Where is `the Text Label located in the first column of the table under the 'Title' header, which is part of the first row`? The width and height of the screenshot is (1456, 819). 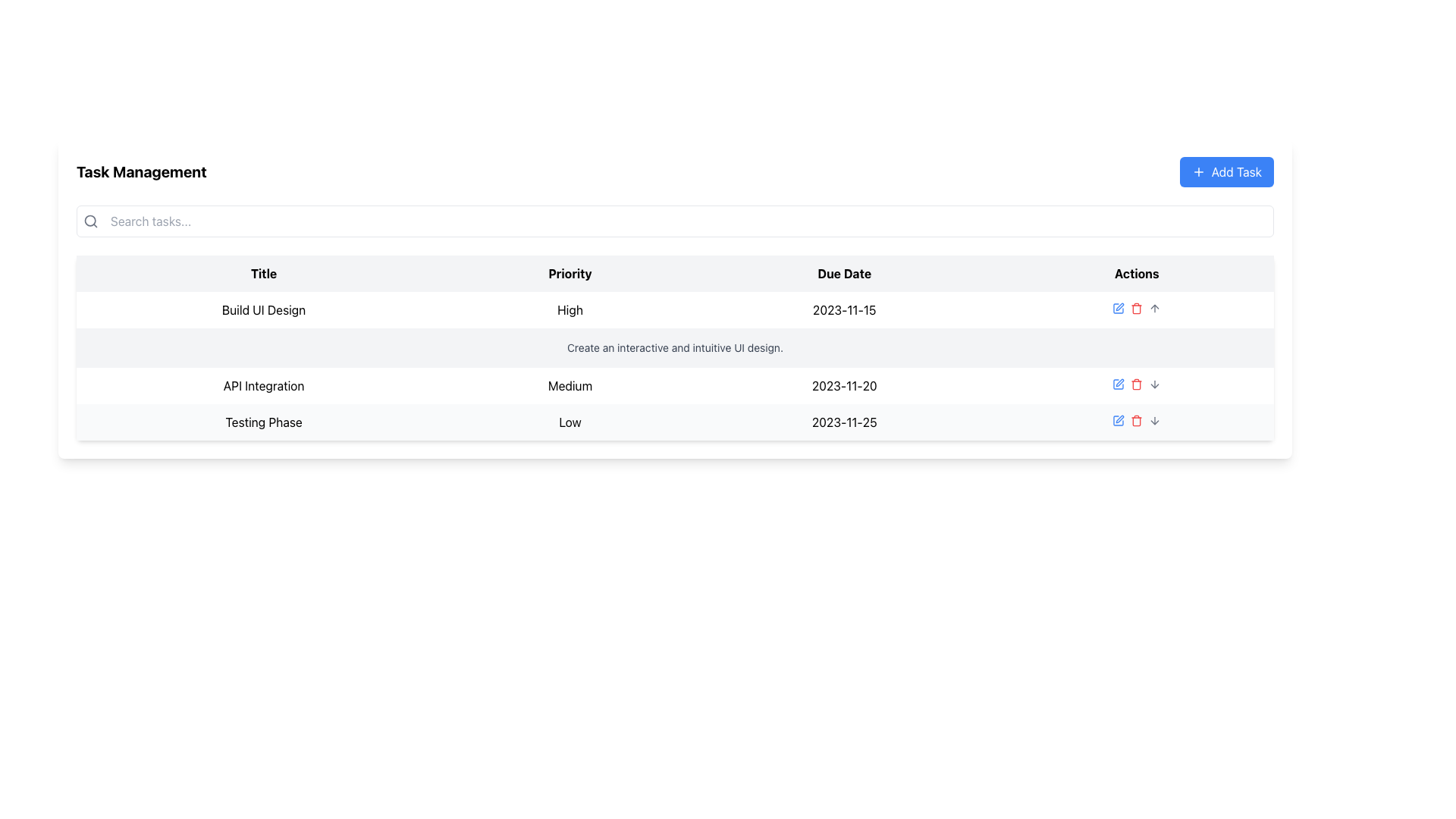
the Text Label located in the first column of the table under the 'Title' header, which is part of the first row is located at coordinates (264, 309).